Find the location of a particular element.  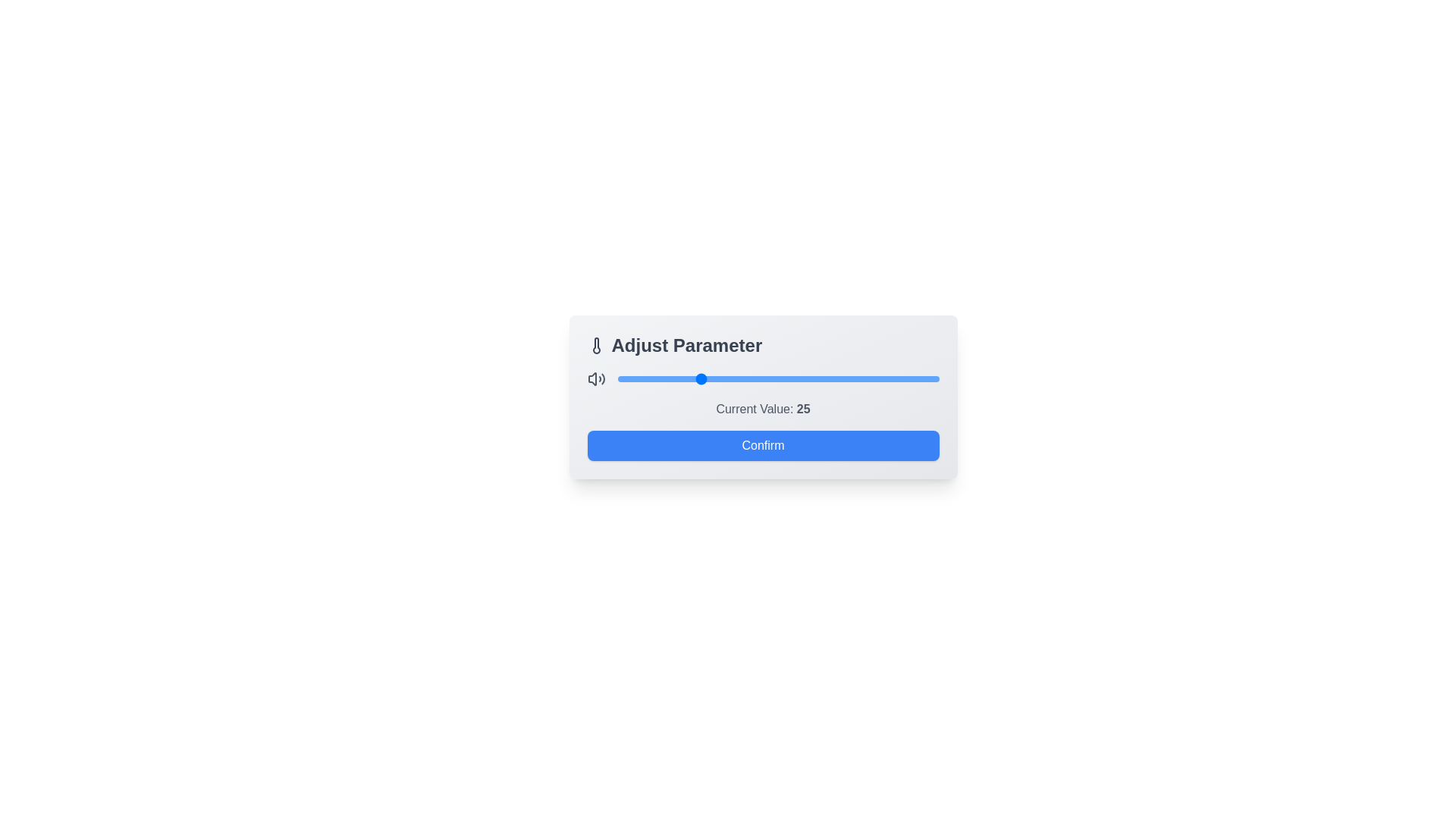

the slider which allows users to select a value within a range of 0 to 100, currently set at 25 is located at coordinates (778, 378).